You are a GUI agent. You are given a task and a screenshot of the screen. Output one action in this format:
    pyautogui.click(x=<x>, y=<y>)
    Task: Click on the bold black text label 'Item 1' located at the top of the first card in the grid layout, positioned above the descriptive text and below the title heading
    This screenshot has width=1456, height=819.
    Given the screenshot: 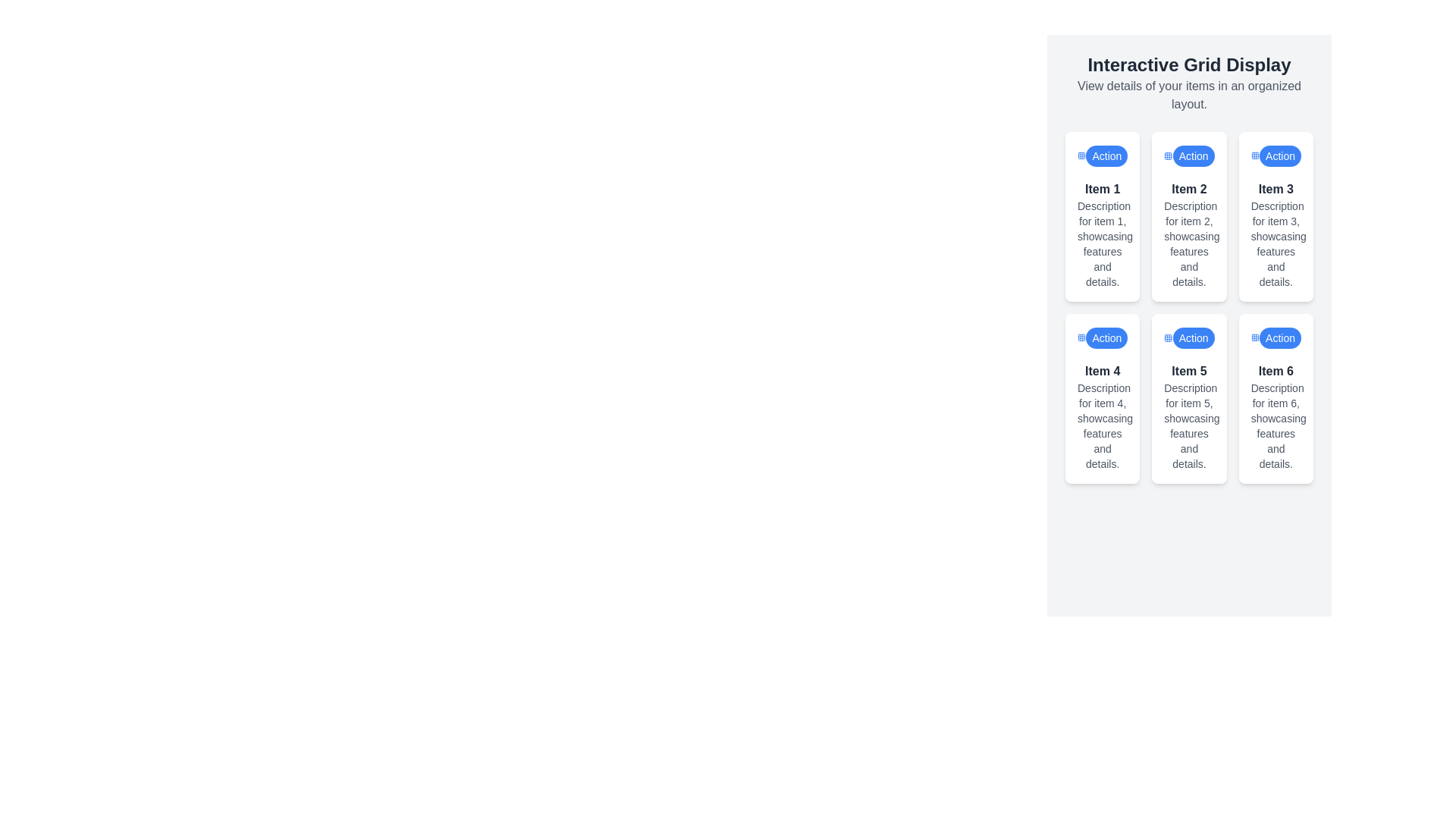 What is the action you would take?
    pyautogui.click(x=1103, y=189)
    